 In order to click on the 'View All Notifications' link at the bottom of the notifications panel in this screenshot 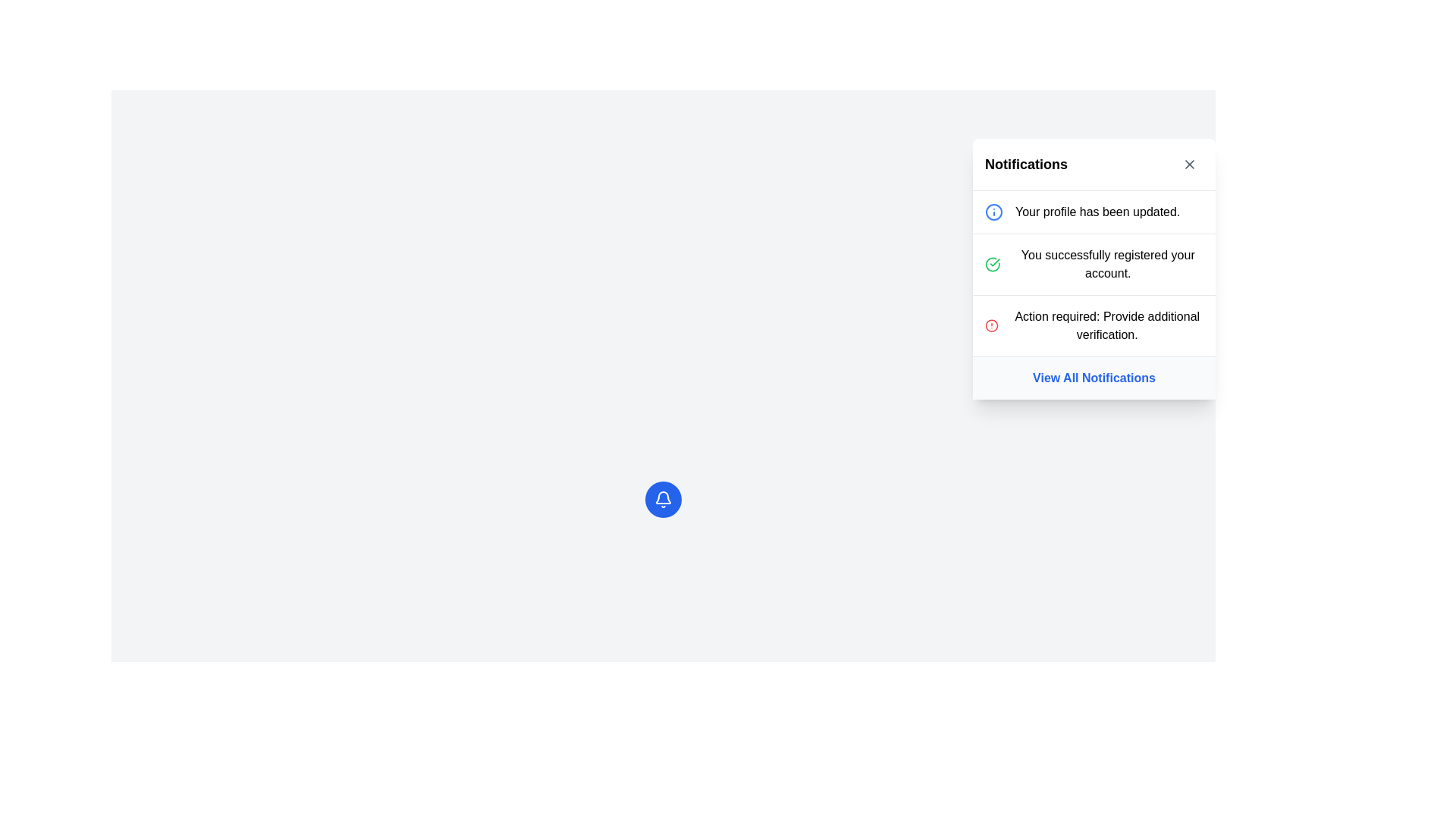, I will do `click(1094, 376)`.